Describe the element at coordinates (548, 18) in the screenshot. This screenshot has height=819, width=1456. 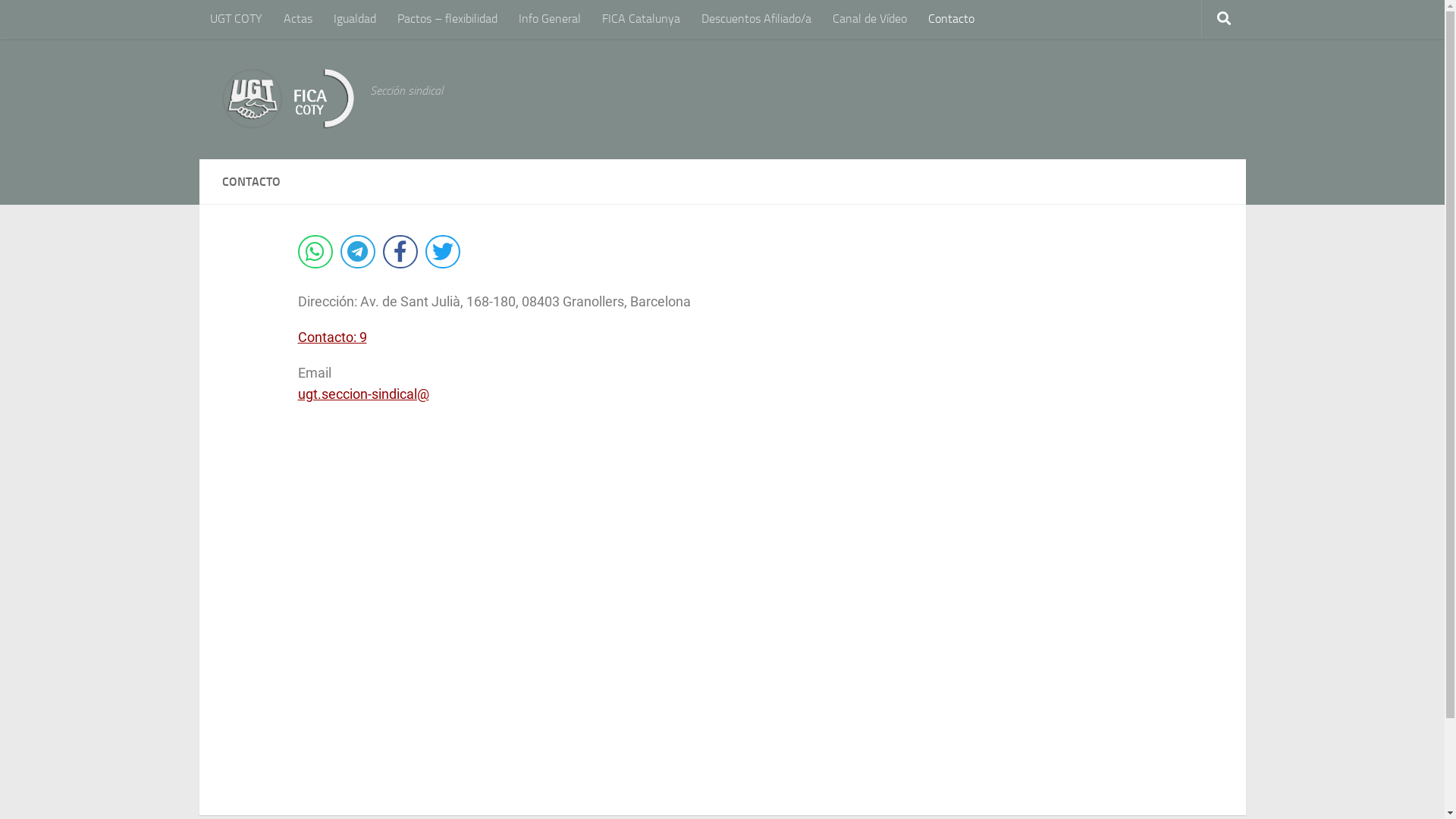
I see `'Info General'` at that location.